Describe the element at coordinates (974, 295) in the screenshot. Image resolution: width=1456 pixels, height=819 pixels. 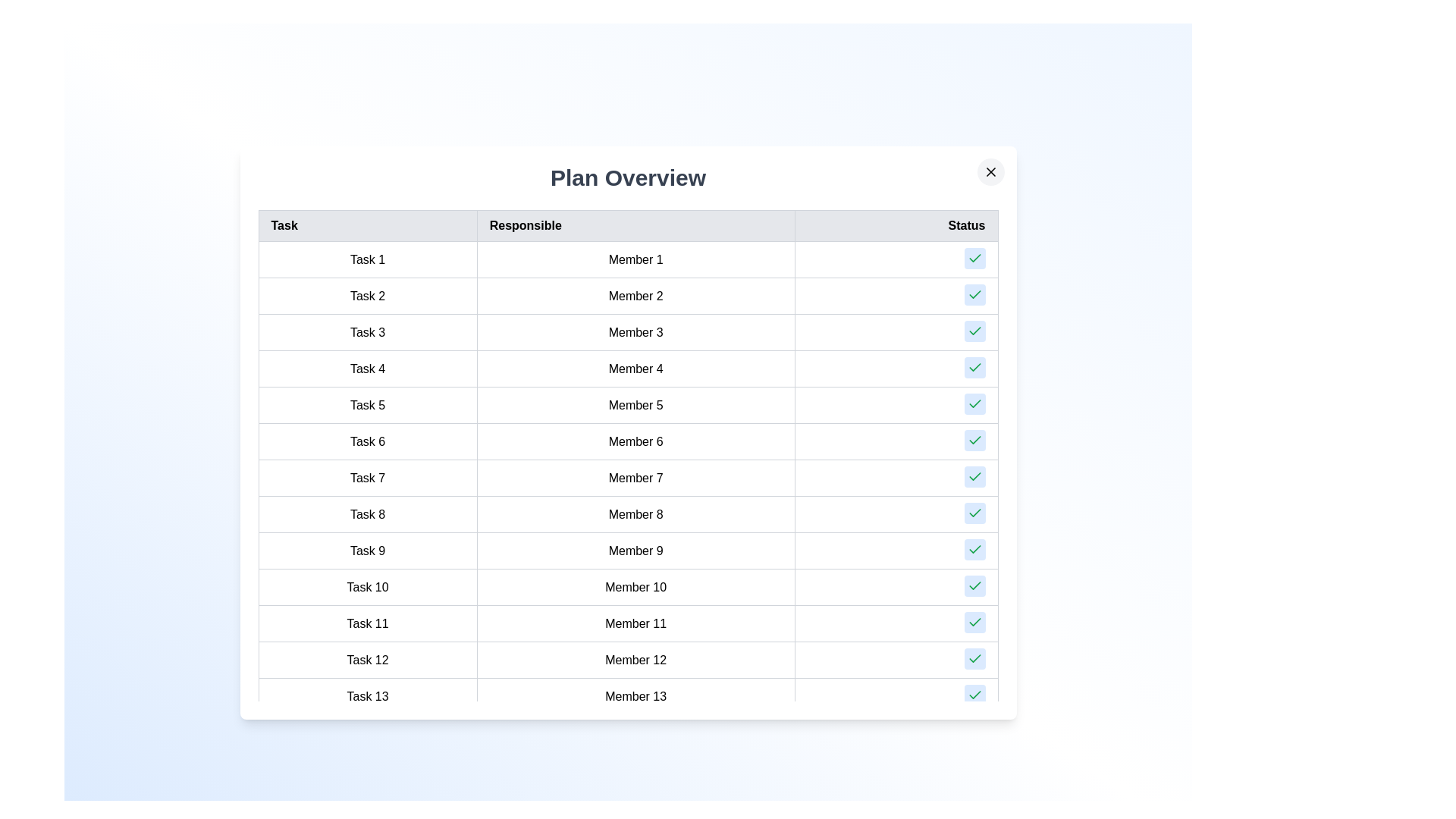
I see `the 'Check' button for task 2 to mark it as completed` at that location.